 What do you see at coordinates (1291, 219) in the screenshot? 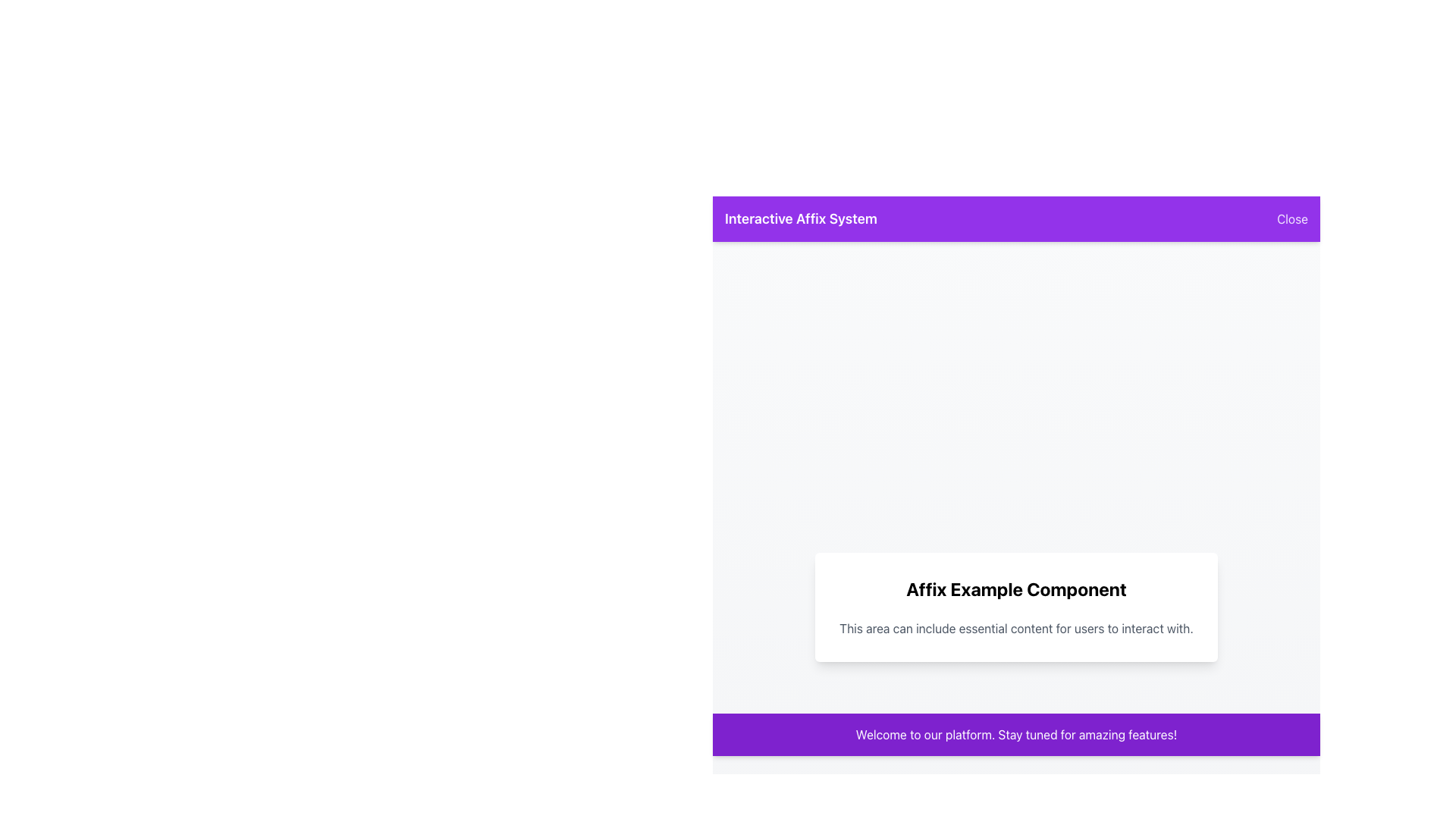
I see `the closing button located at the upper-right corner of the 'Interactive Affix System' purple bar` at bounding box center [1291, 219].